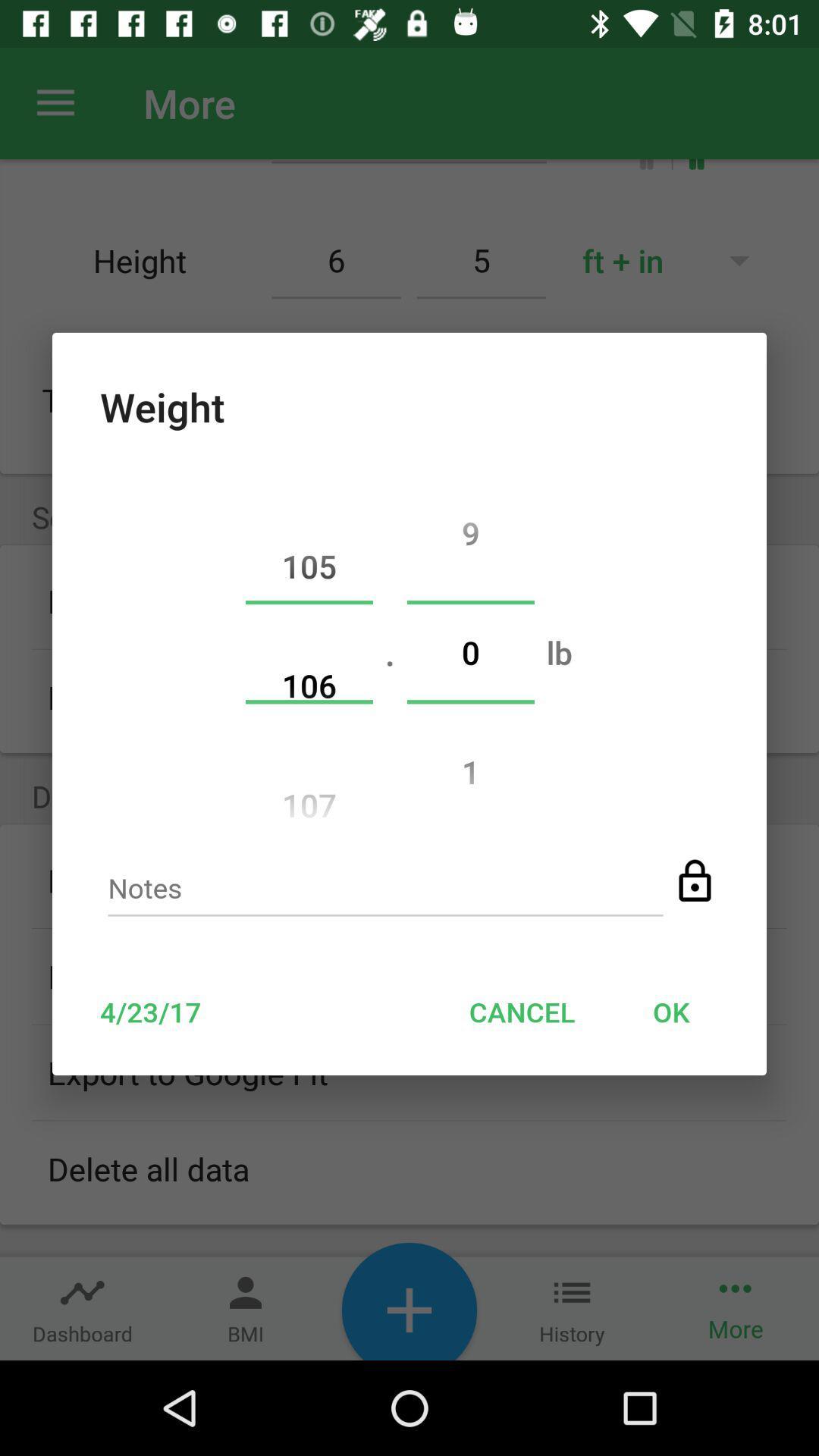  What do you see at coordinates (384, 893) in the screenshot?
I see `type notes` at bounding box center [384, 893].